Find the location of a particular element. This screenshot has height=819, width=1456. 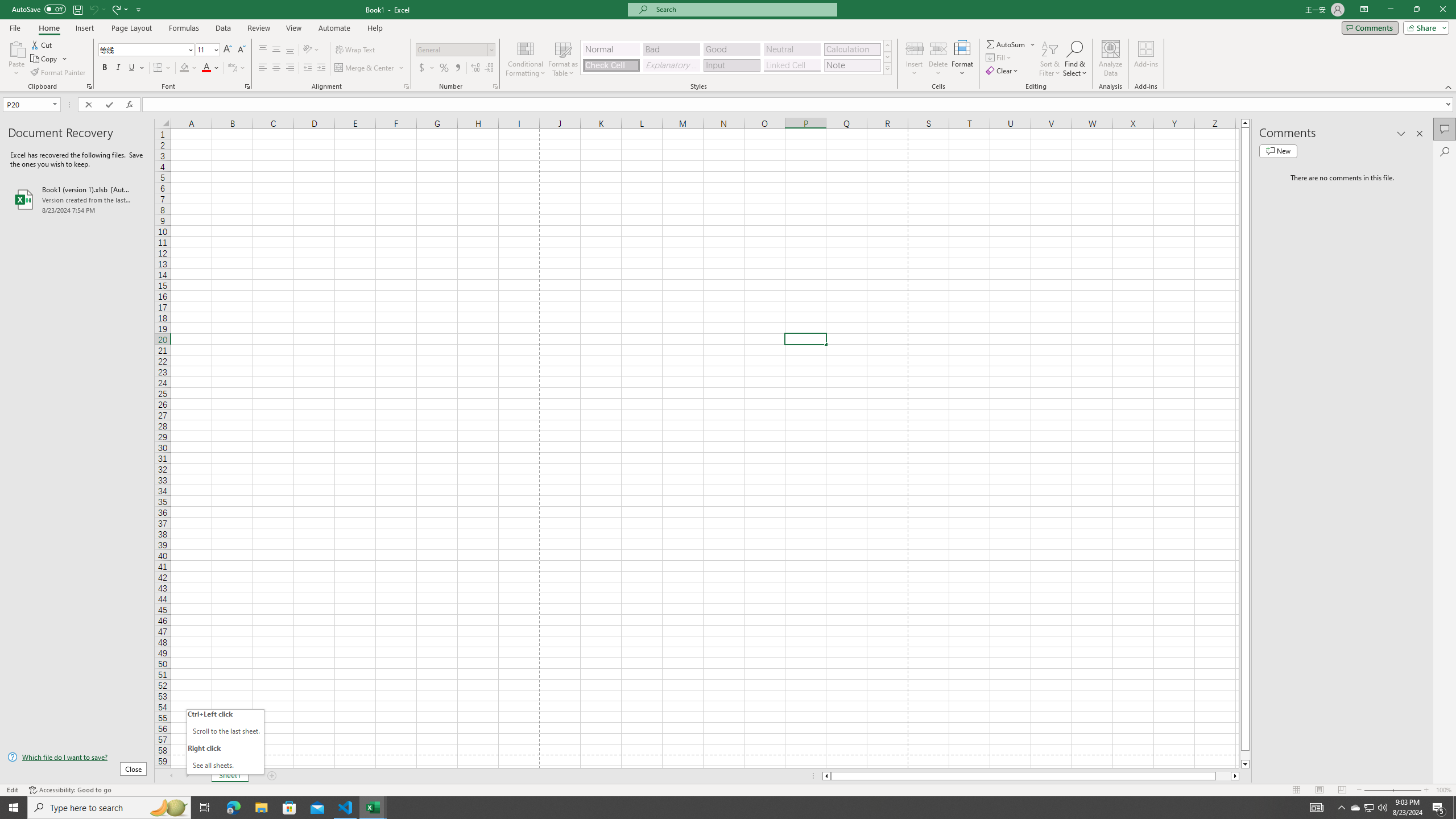

'Font Color RGB(255, 0, 0)' is located at coordinates (206, 67).